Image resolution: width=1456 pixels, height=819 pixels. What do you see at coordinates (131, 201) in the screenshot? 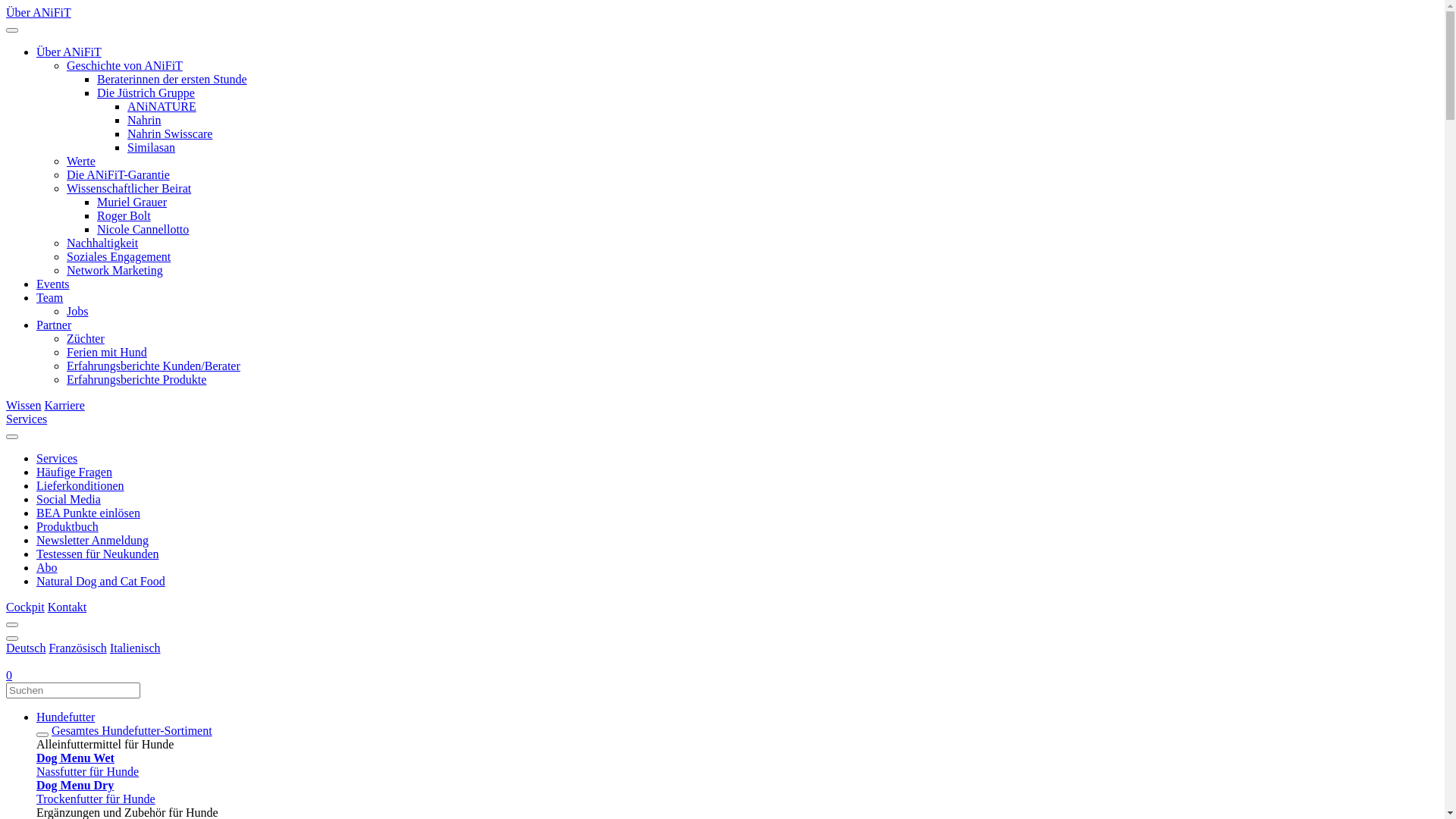
I see `'Muriel Grauer'` at bounding box center [131, 201].